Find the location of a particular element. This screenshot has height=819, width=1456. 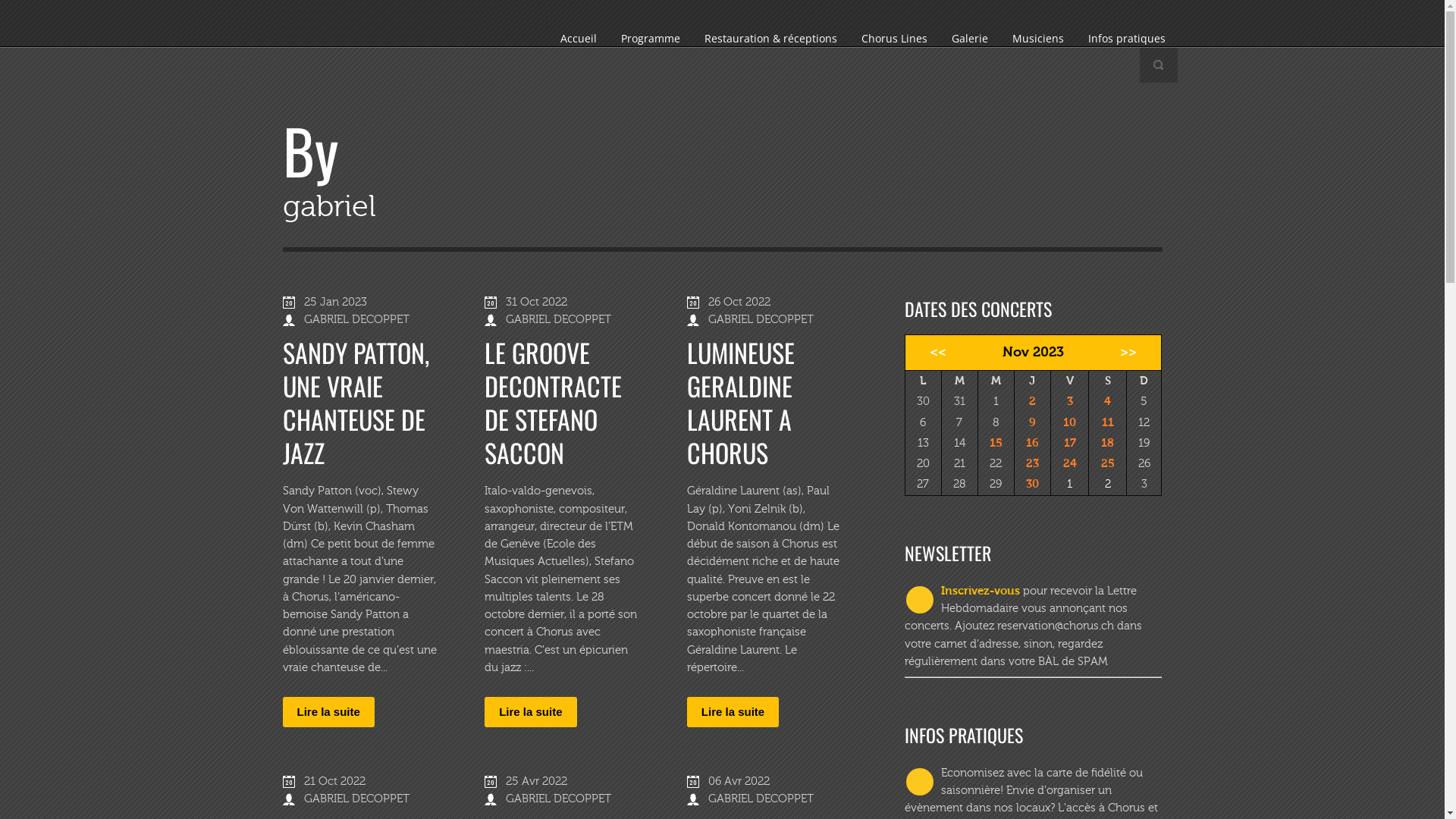

'Programme' is located at coordinates (650, 37).